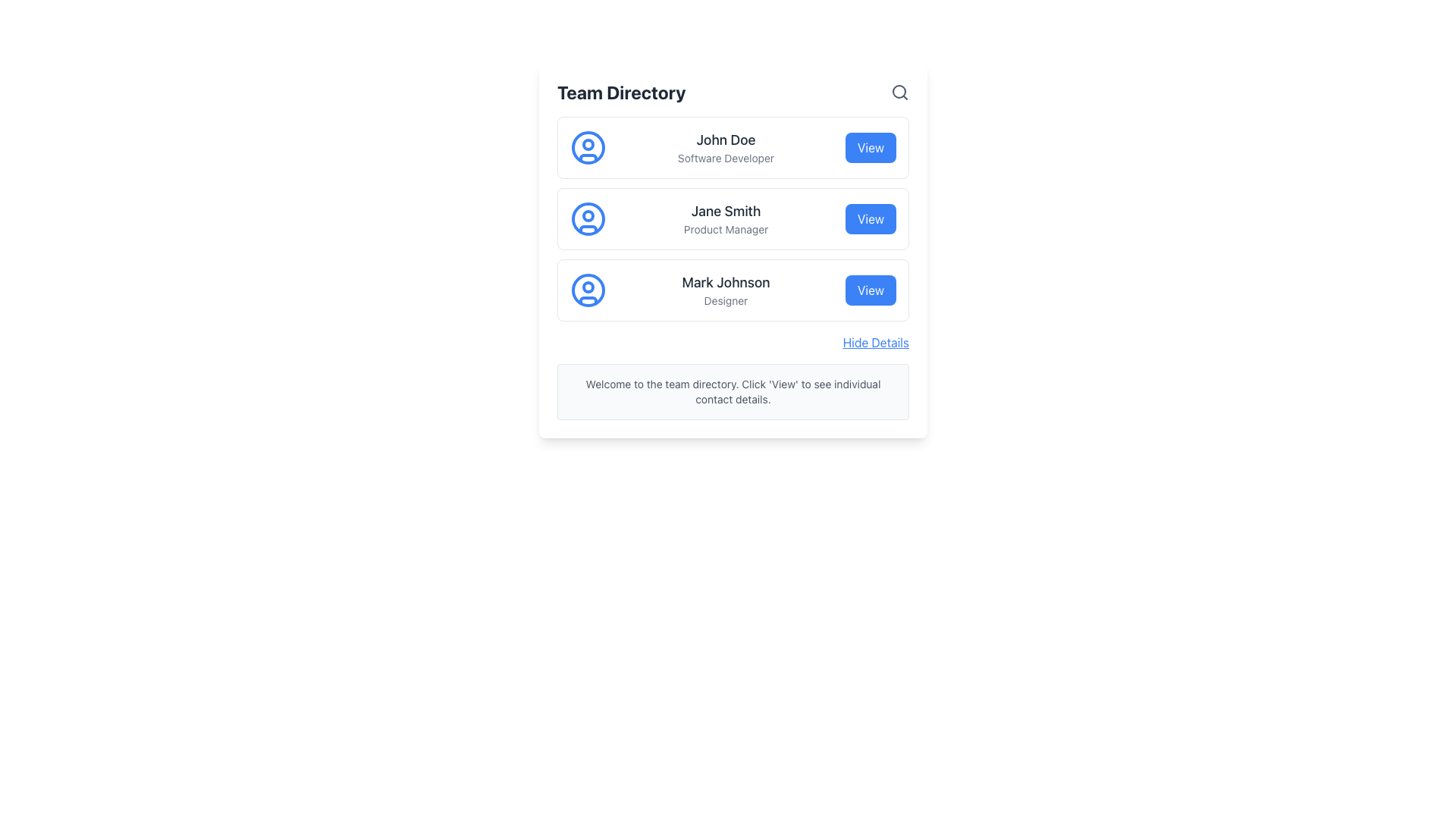 The height and width of the screenshot is (819, 1456). What do you see at coordinates (899, 93) in the screenshot?
I see `the magnifying glass icon located in the top-right corner of the 'Team Directory' header` at bounding box center [899, 93].